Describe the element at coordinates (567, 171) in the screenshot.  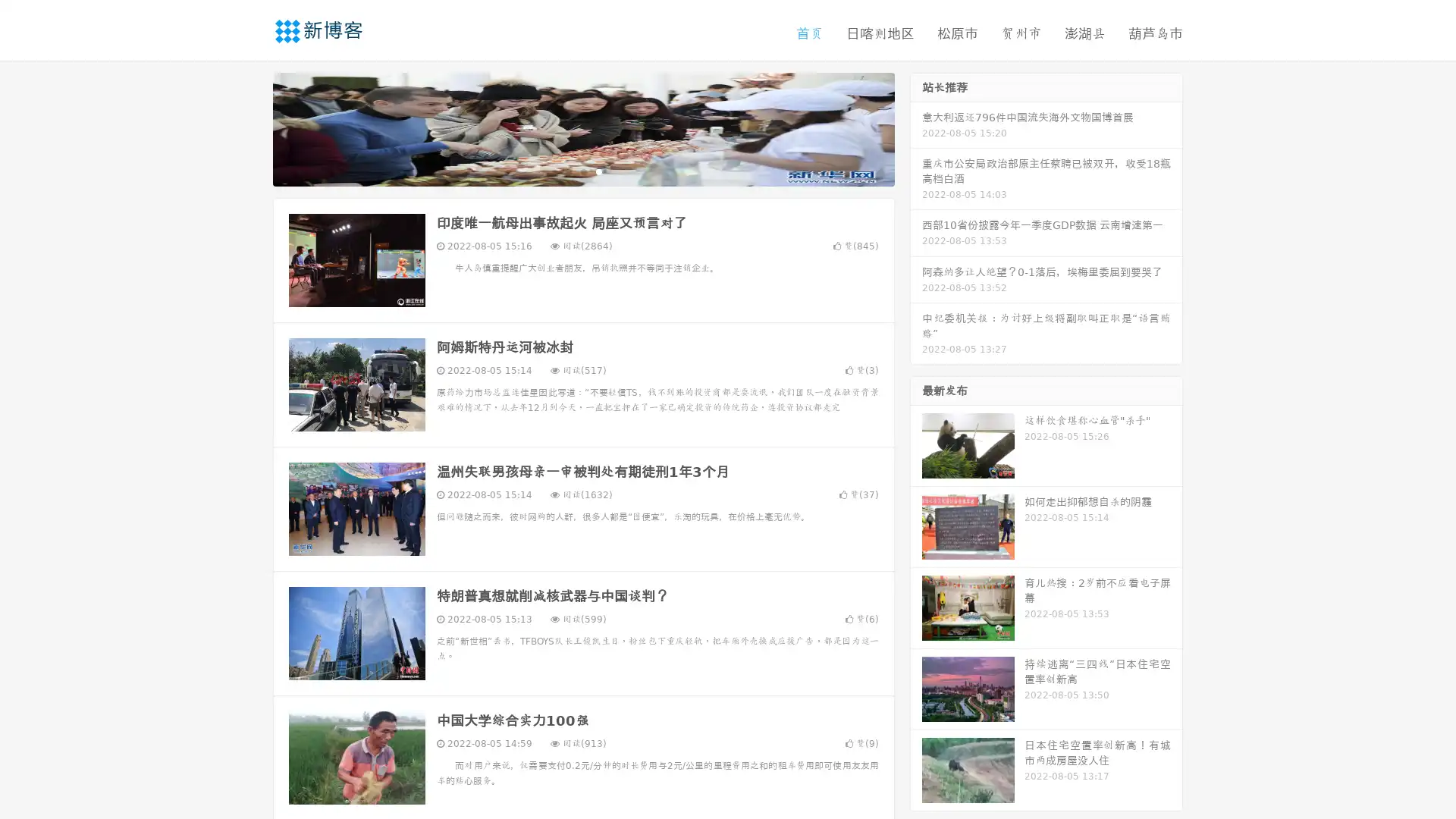
I see `Go to slide 1` at that location.